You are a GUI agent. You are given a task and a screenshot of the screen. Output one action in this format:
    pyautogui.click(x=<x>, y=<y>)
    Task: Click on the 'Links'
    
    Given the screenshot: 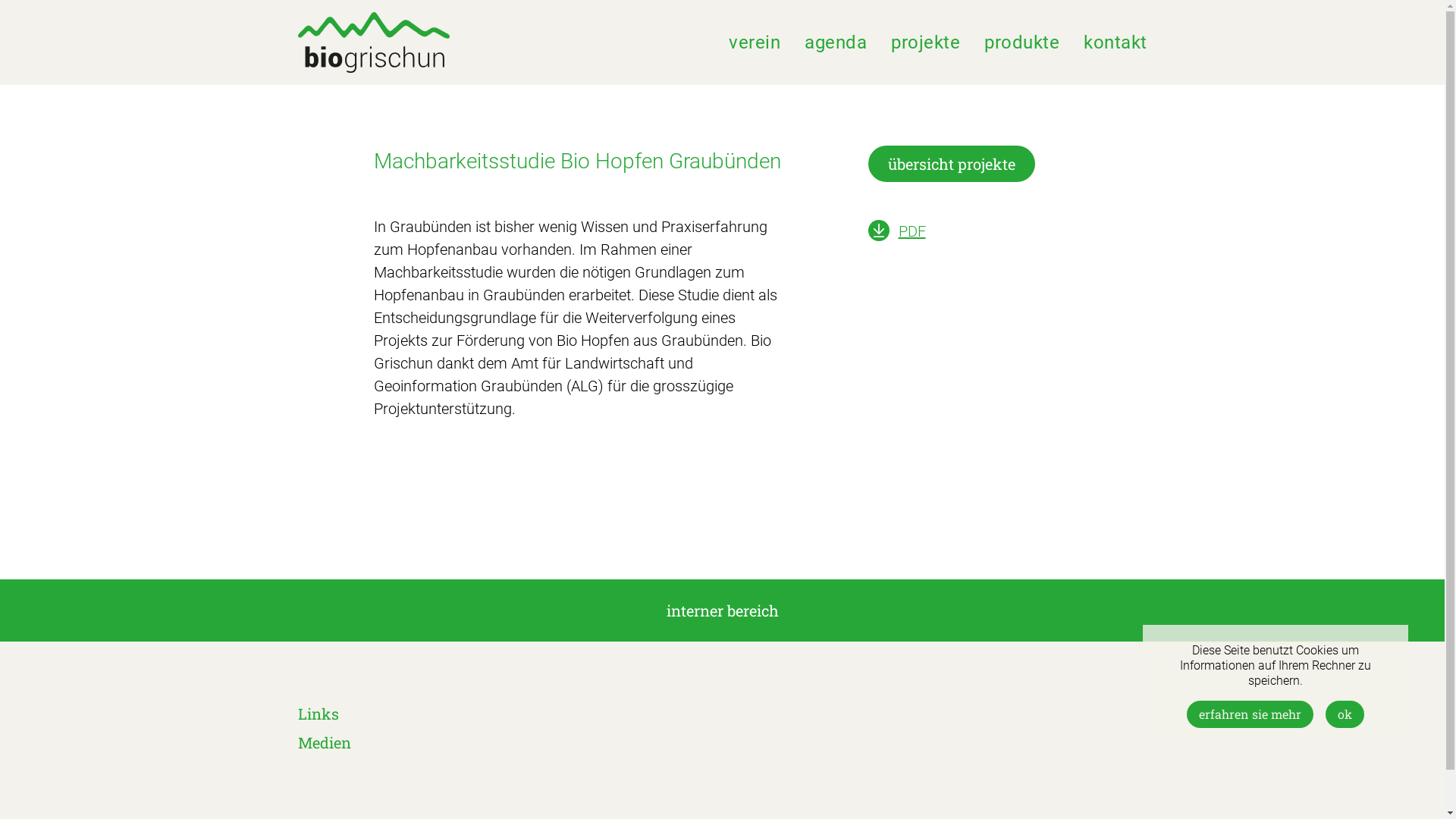 What is the action you would take?
    pyautogui.click(x=316, y=714)
    